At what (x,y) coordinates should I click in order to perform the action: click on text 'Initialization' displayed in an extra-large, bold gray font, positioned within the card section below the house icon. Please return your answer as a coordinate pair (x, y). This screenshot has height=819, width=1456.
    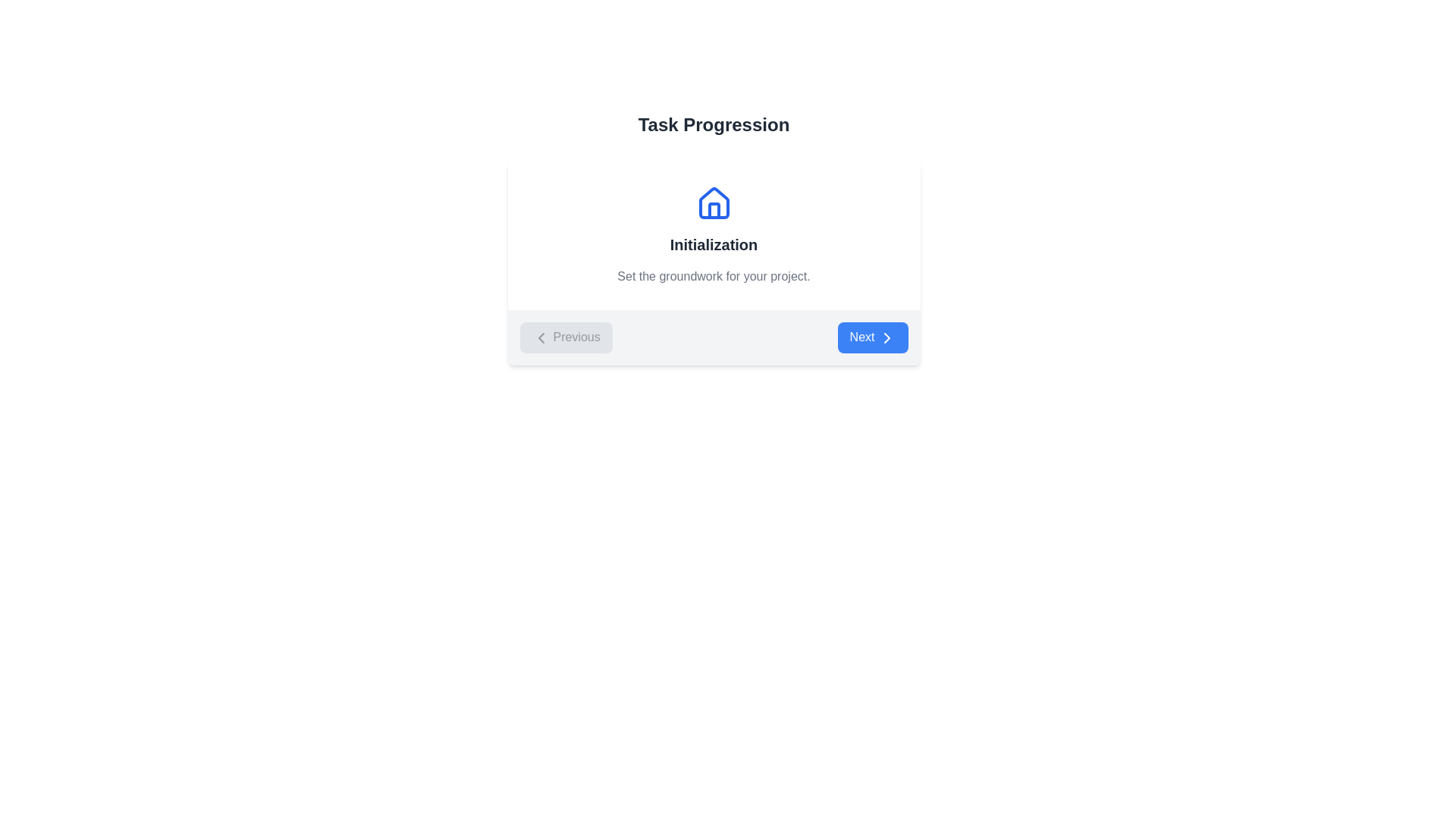
    Looking at the image, I should click on (713, 244).